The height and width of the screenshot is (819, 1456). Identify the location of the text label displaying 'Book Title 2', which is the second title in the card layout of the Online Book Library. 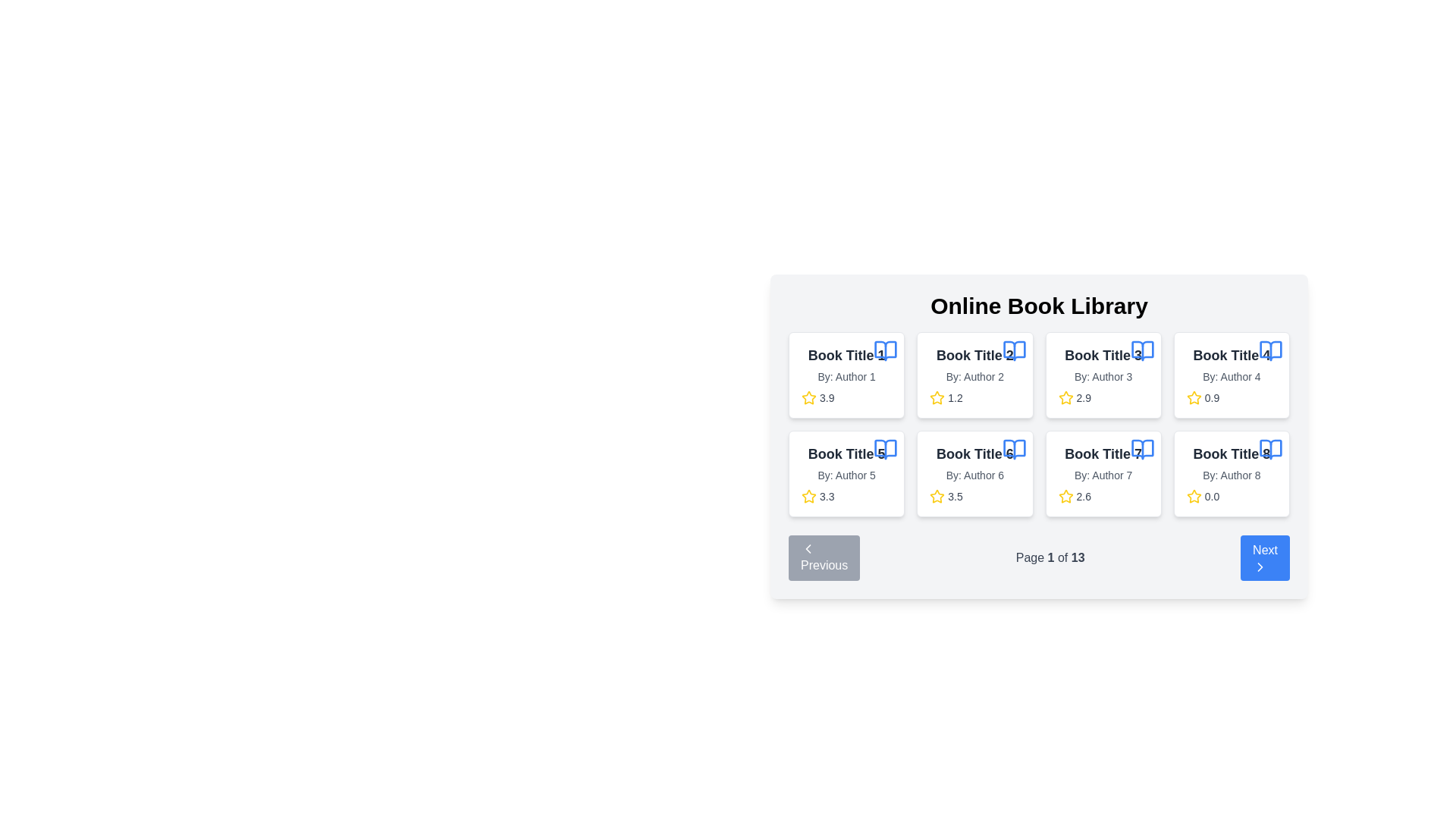
(974, 356).